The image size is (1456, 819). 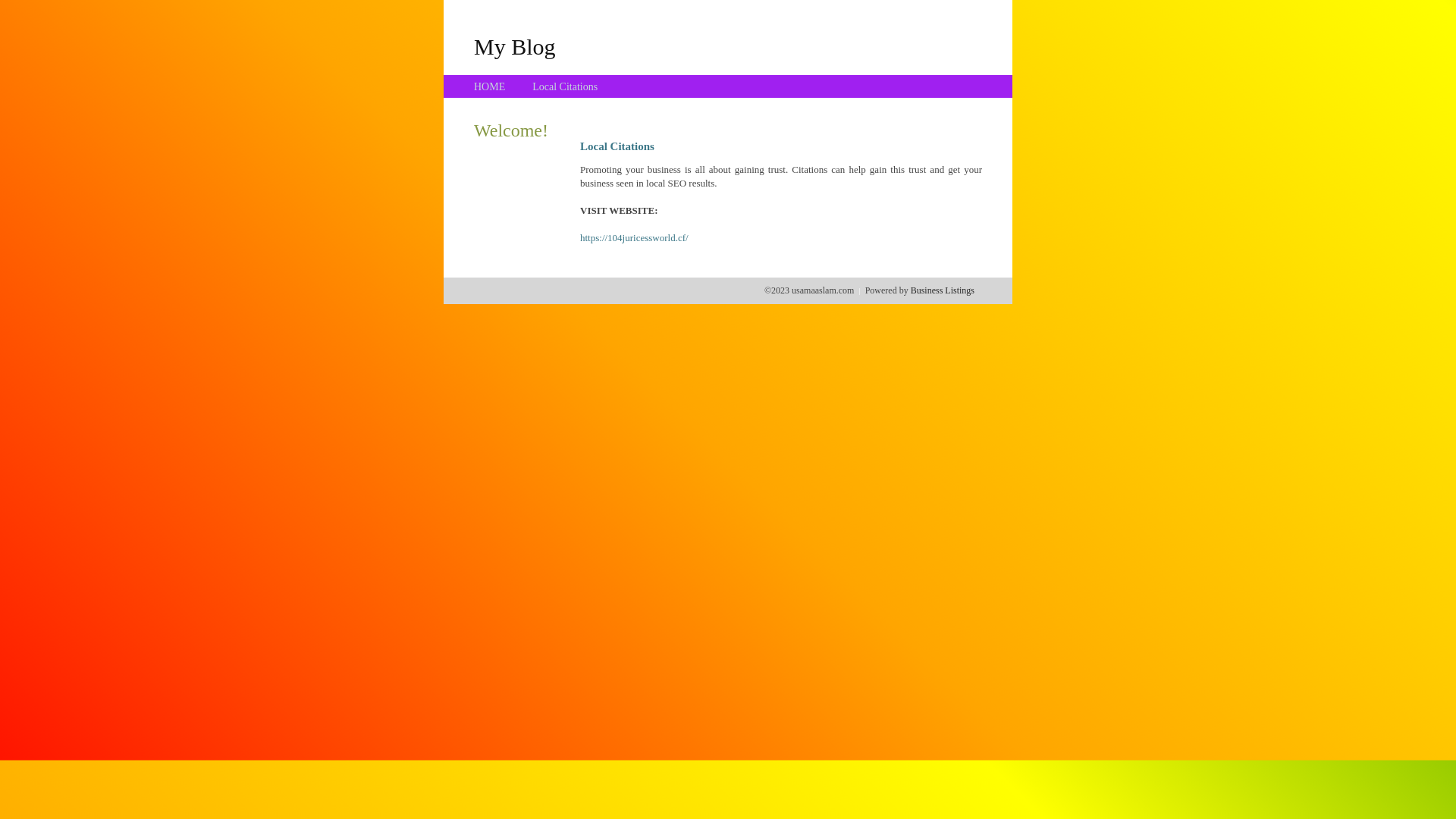 What do you see at coordinates (514, 45) in the screenshot?
I see `'My Blog'` at bounding box center [514, 45].